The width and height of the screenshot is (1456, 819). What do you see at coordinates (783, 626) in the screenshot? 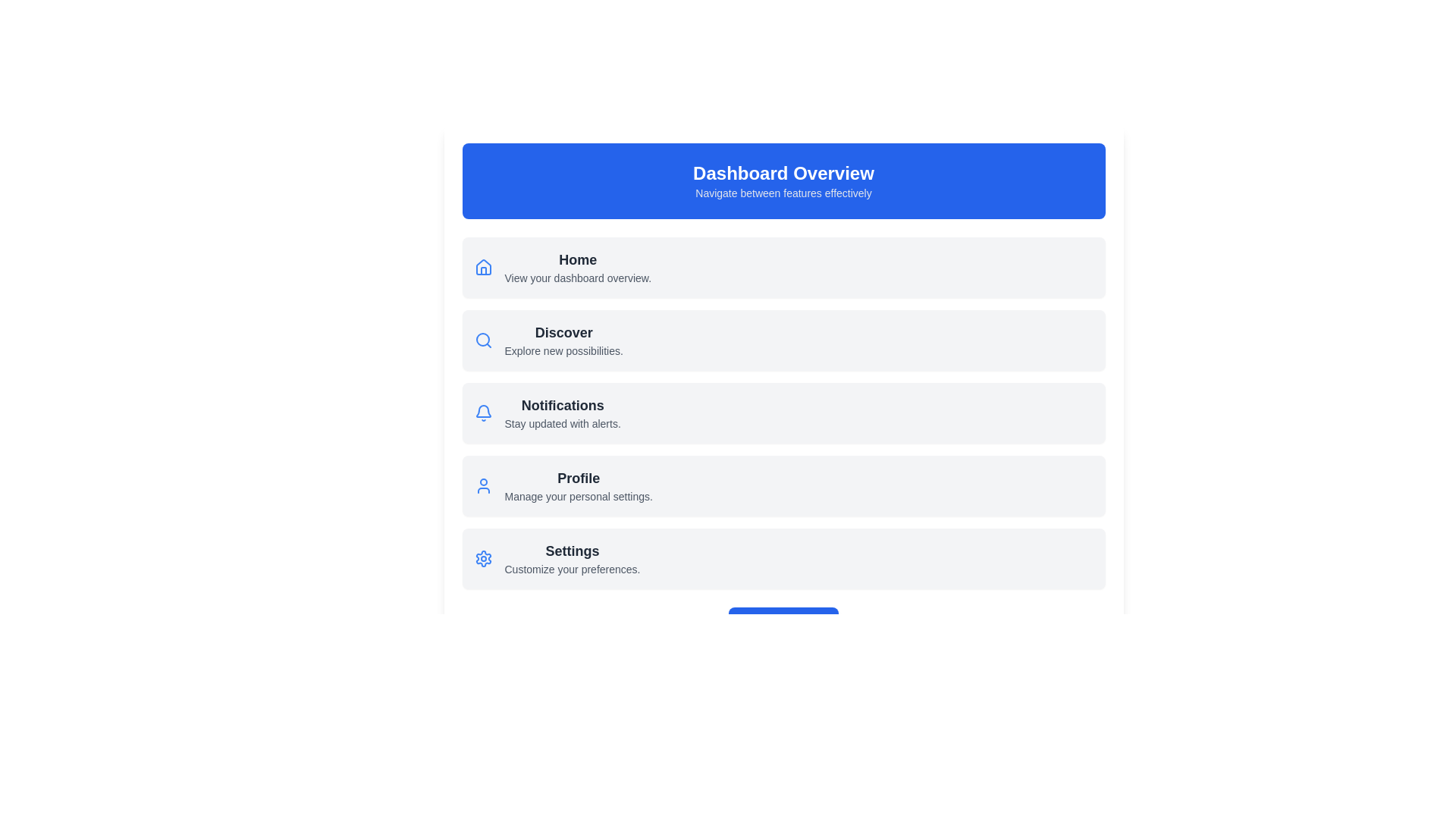
I see `the 'Learn More' button` at bounding box center [783, 626].